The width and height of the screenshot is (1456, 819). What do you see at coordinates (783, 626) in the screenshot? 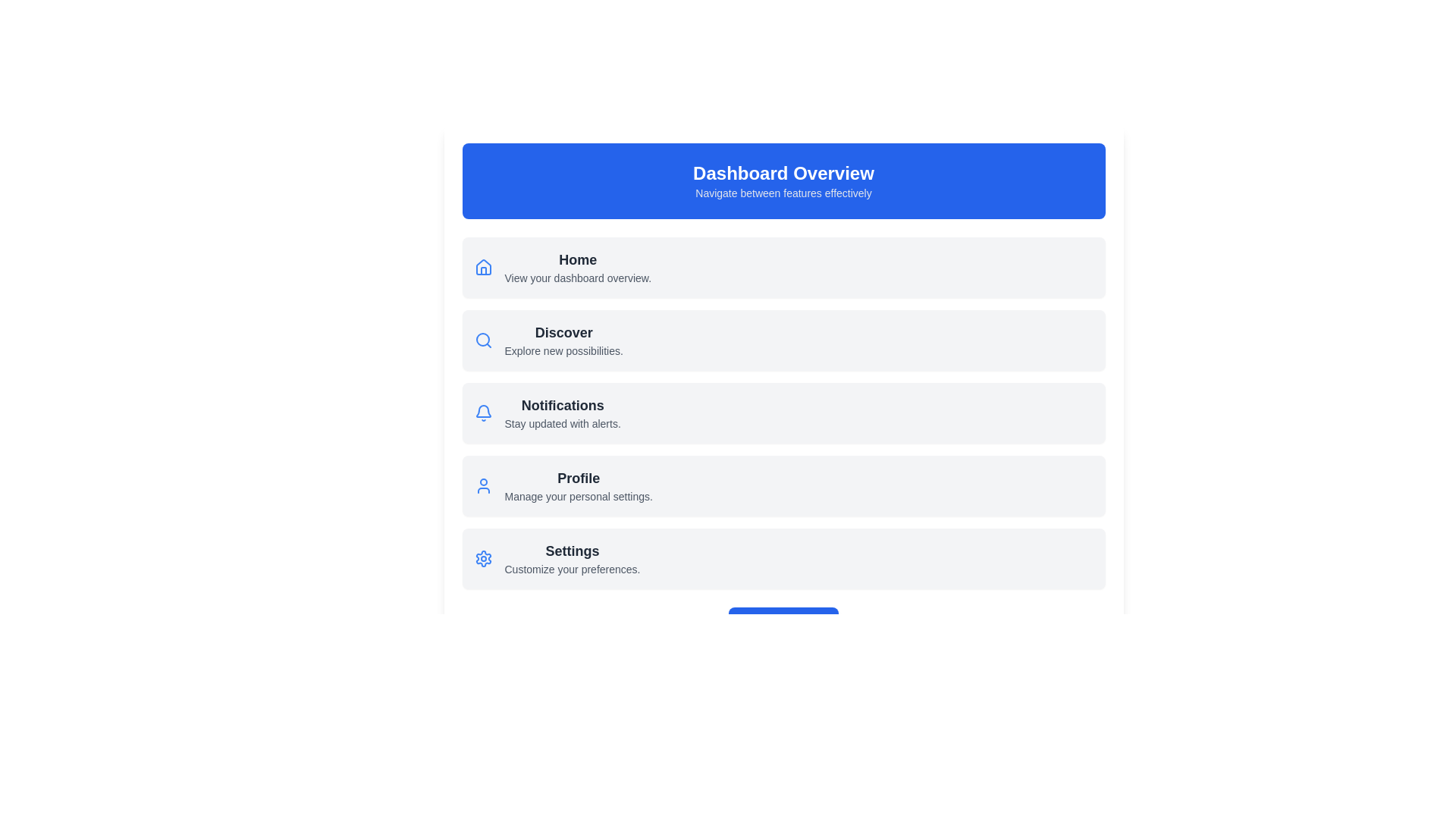
I see `the 'Learn More' button` at bounding box center [783, 626].